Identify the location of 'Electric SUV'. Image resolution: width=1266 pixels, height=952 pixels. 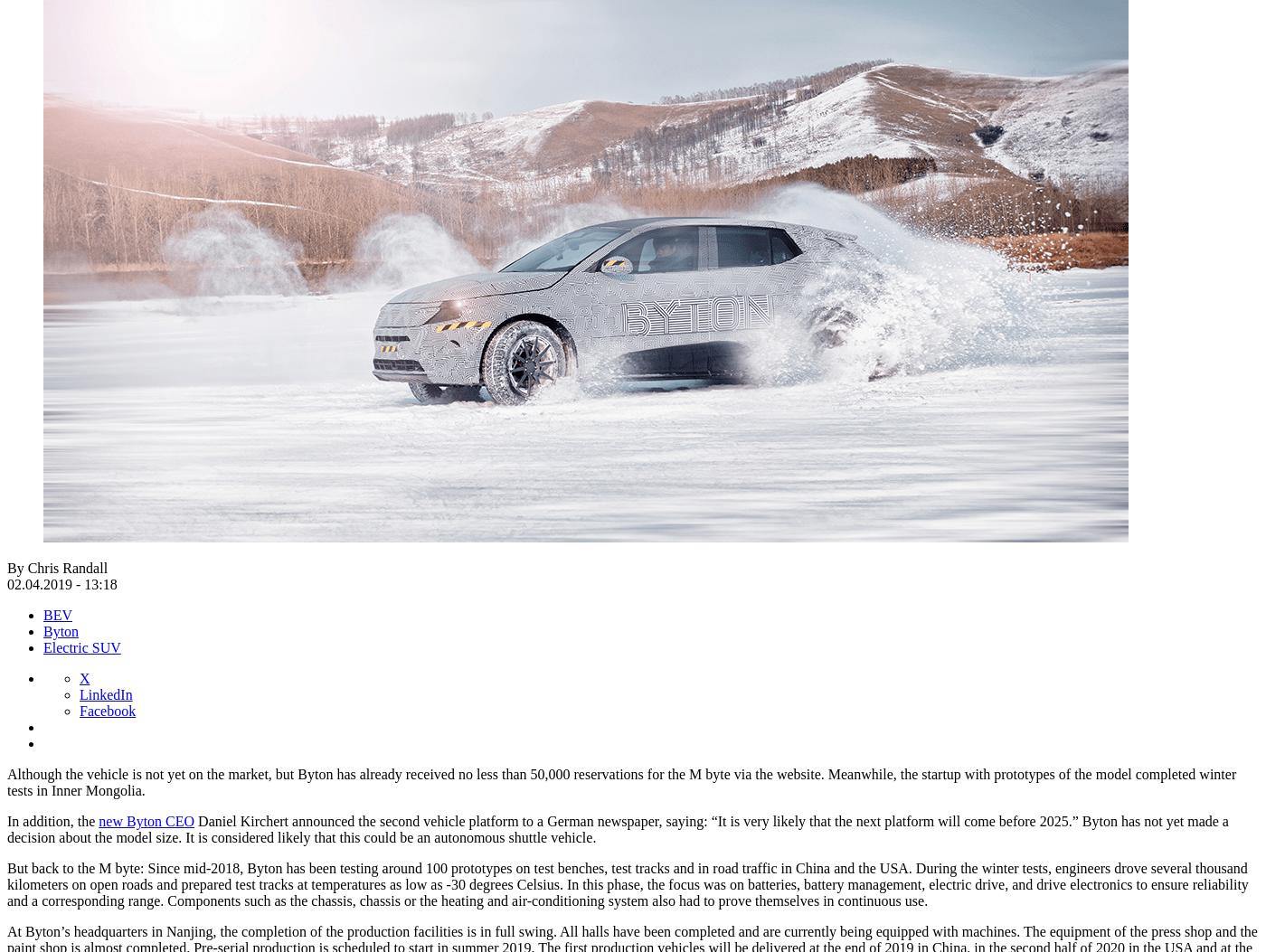
(80, 646).